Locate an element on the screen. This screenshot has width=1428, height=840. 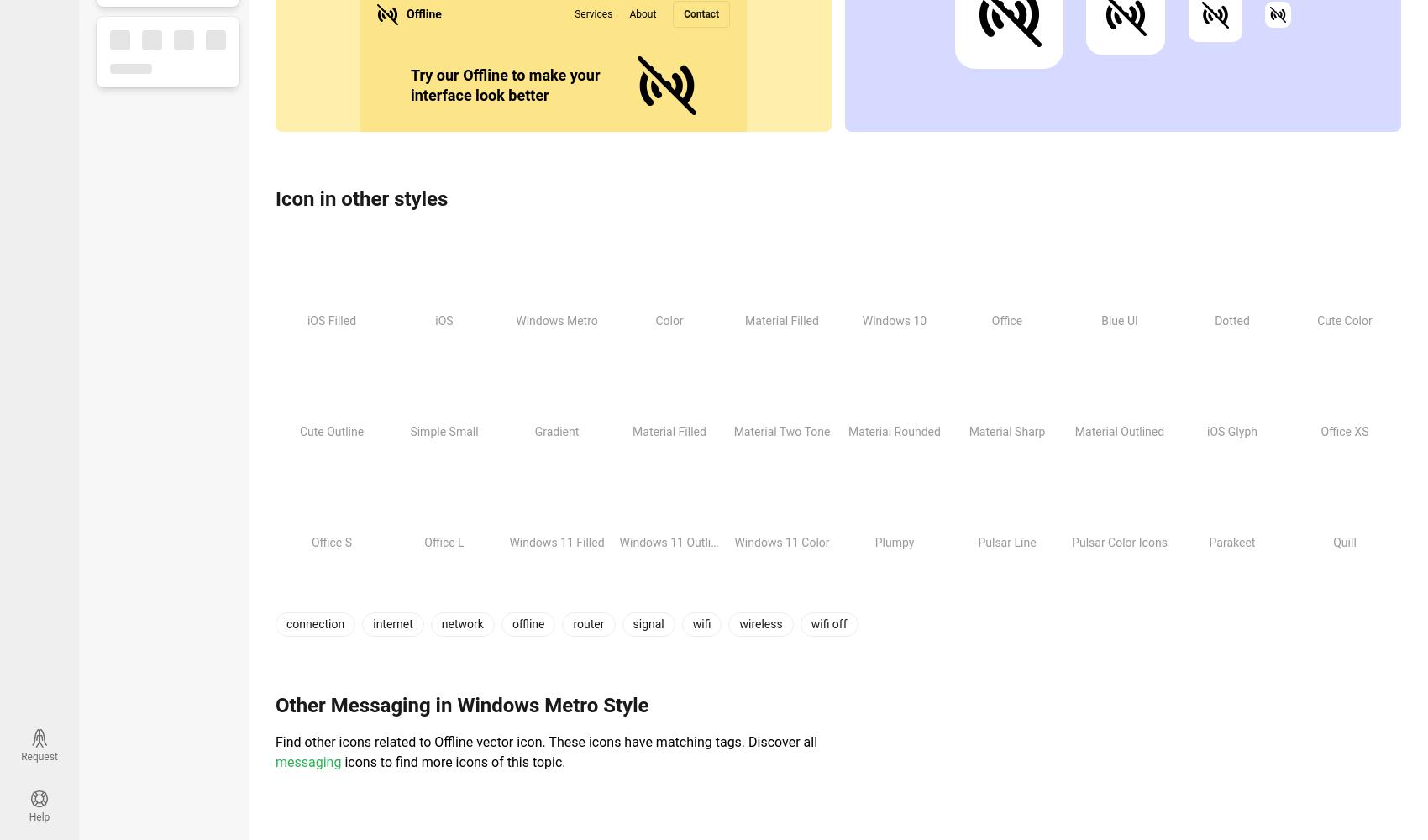
'Try our Offline to make your interface look better' is located at coordinates (504, 84).